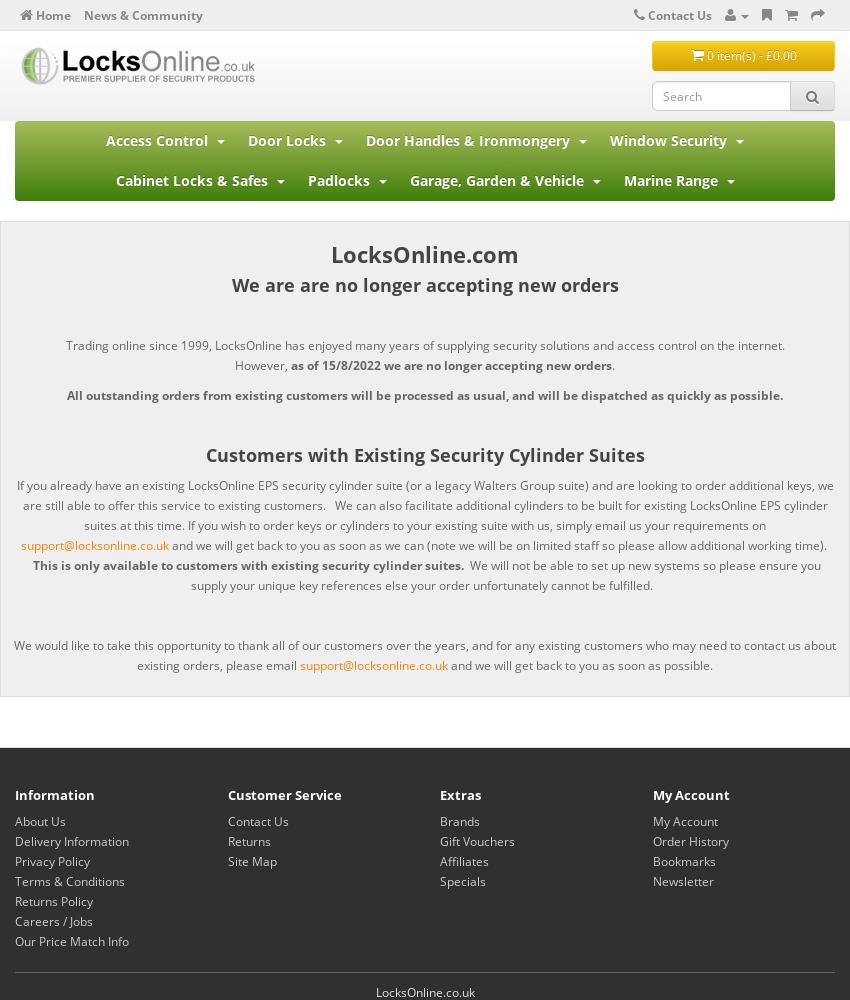 This screenshot has height=1000, width=850. Describe the element at coordinates (159, 140) in the screenshot. I see `'Access Control'` at that location.